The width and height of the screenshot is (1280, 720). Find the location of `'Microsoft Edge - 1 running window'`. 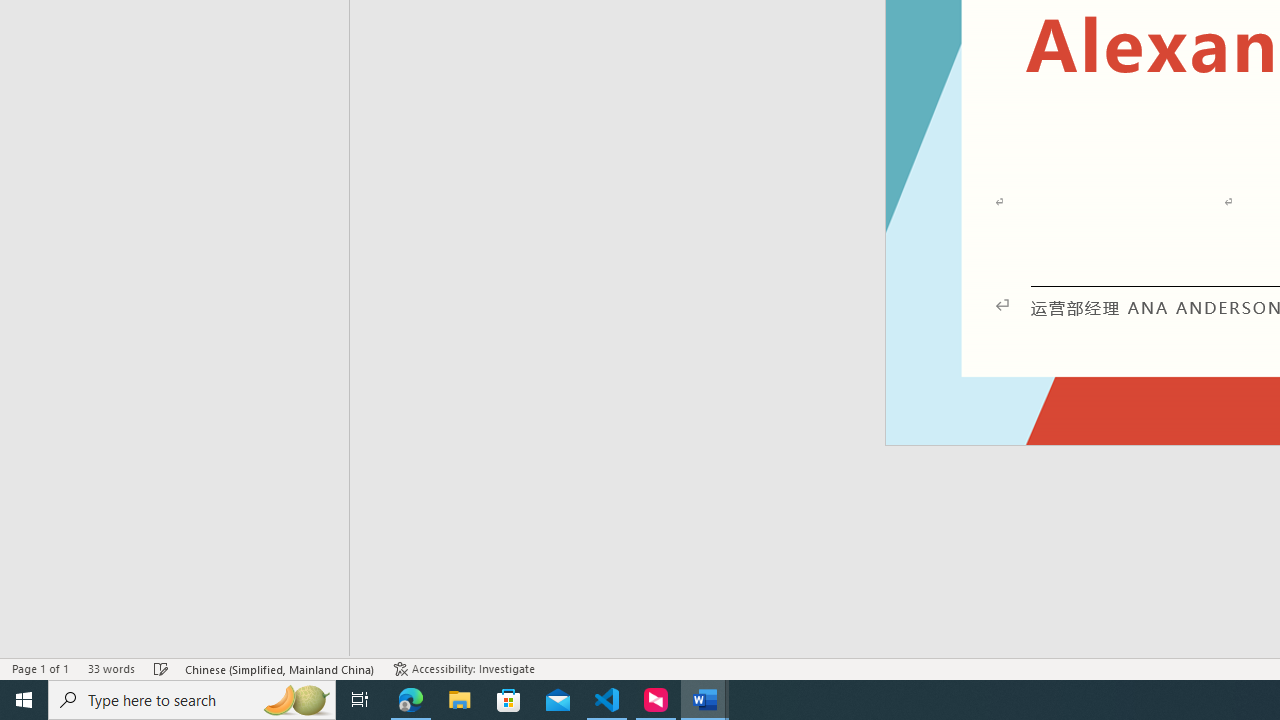

'Microsoft Edge - 1 running window' is located at coordinates (410, 698).